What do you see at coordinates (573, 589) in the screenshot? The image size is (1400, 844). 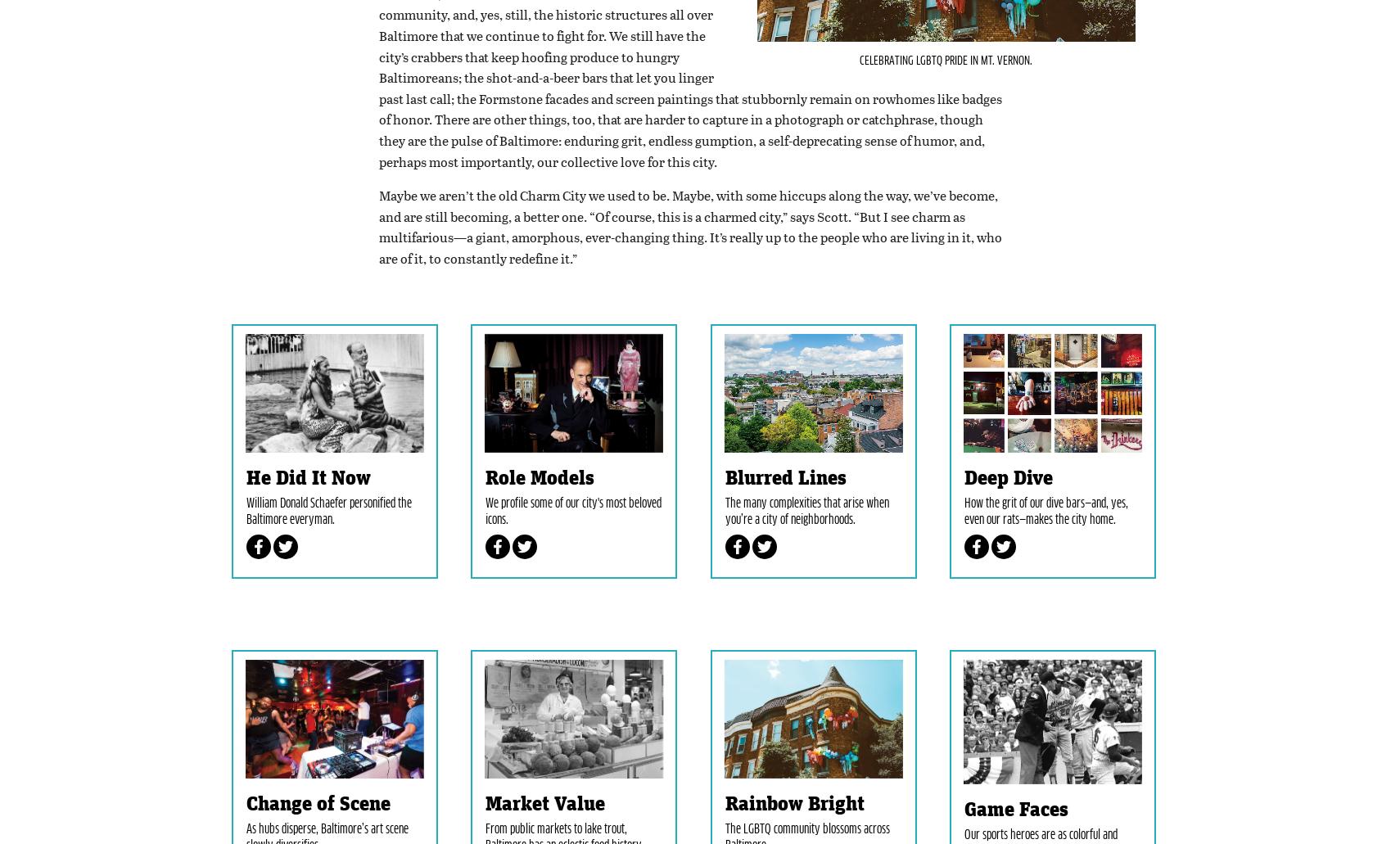 I see `'We profile some of our city's most beloved icons.'` at bounding box center [573, 589].